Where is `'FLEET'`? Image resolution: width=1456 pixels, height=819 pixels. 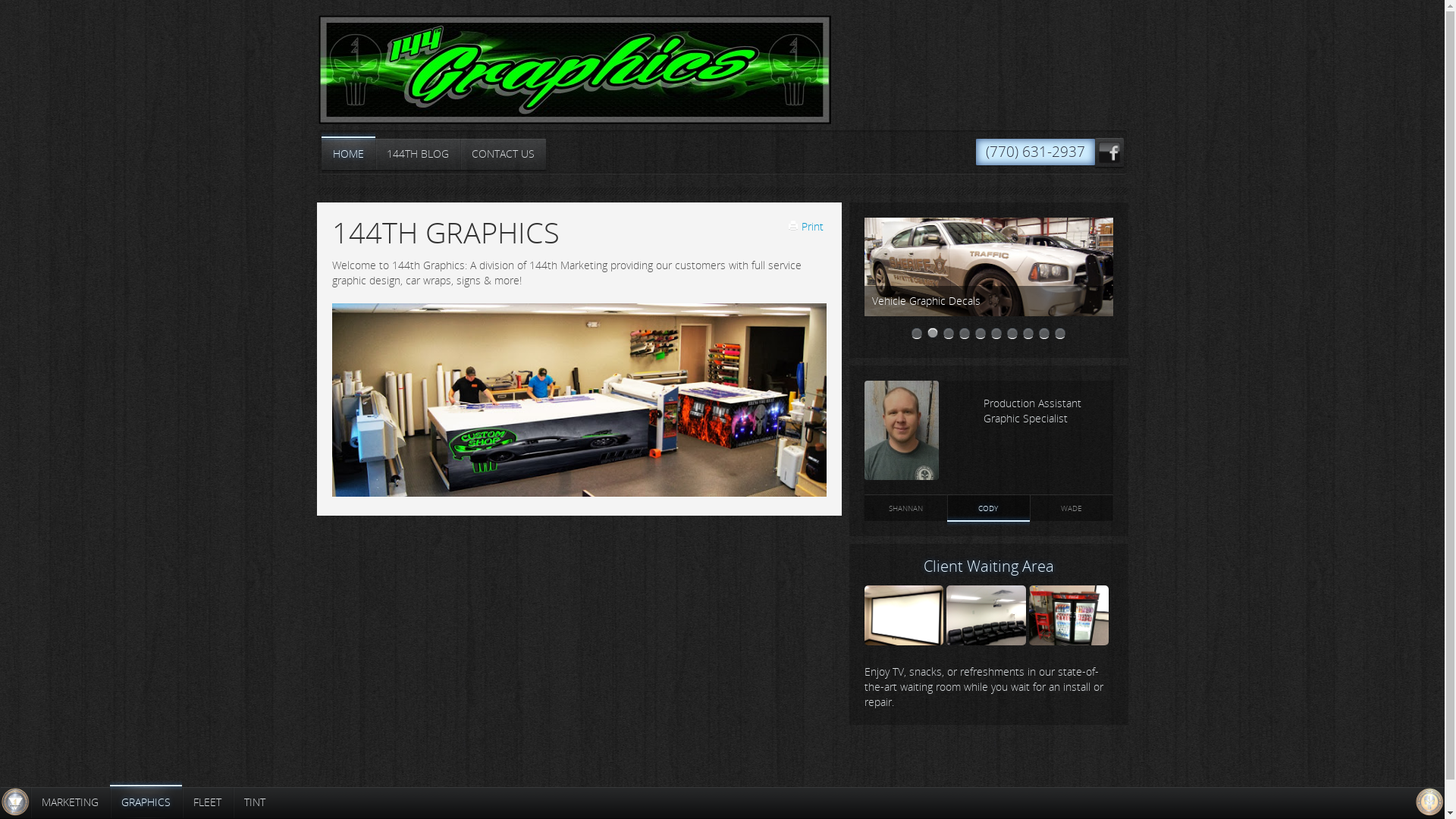 'FLEET' is located at coordinates (182, 802).